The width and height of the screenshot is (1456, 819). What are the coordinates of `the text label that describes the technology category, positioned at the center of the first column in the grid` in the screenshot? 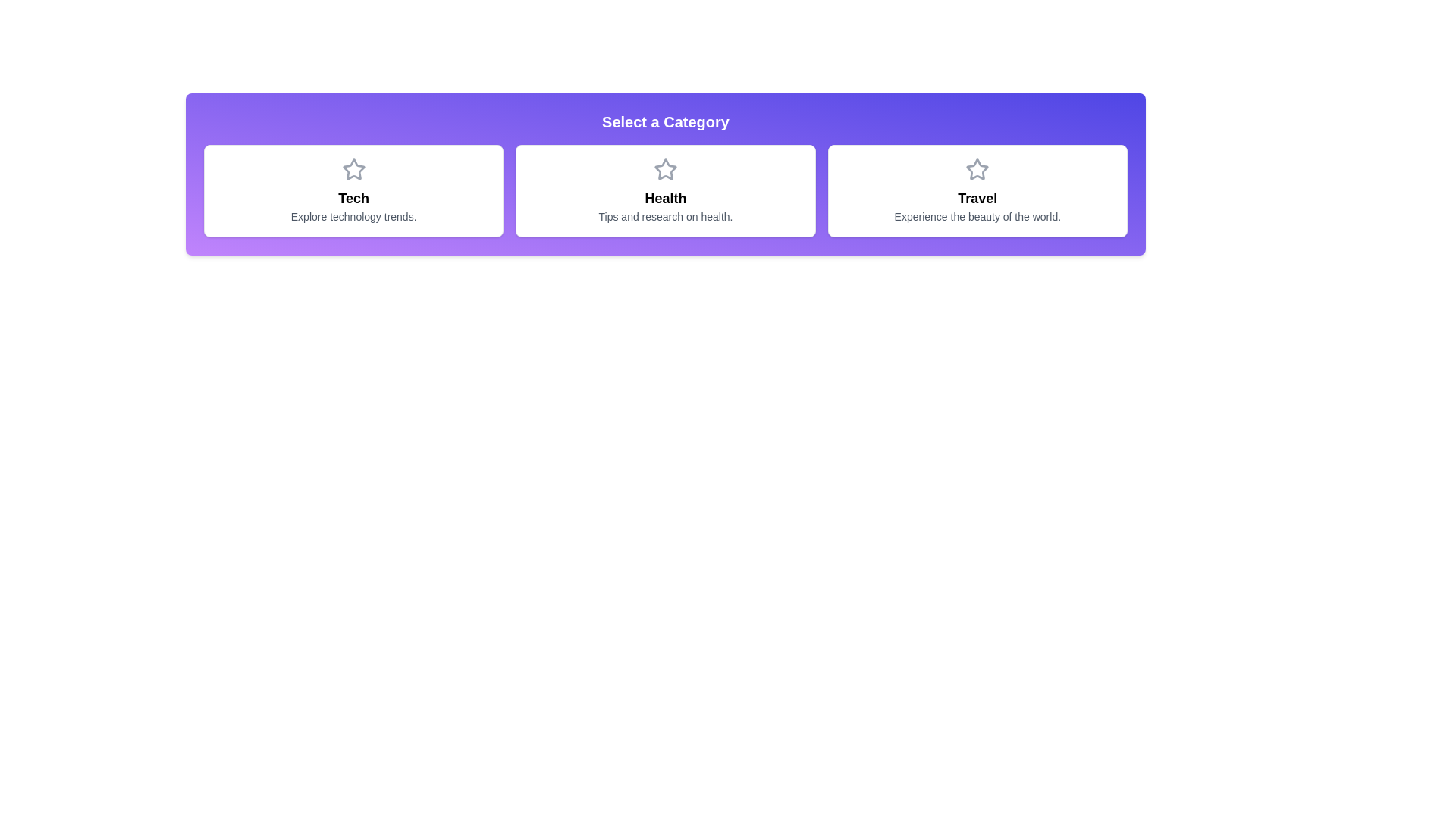 It's located at (353, 198).